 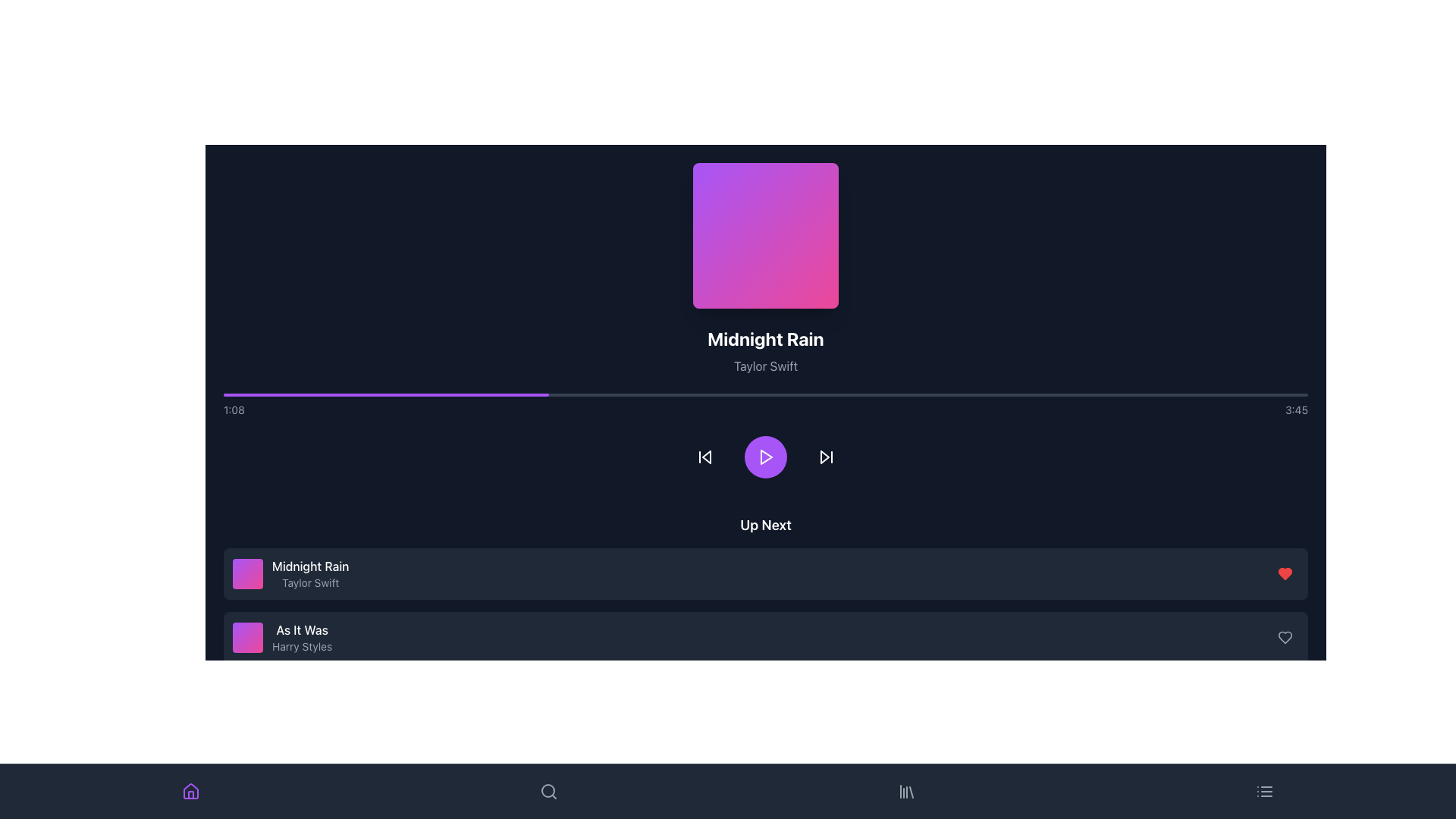 I want to click on the progress bar, so click(x=343, y=394).